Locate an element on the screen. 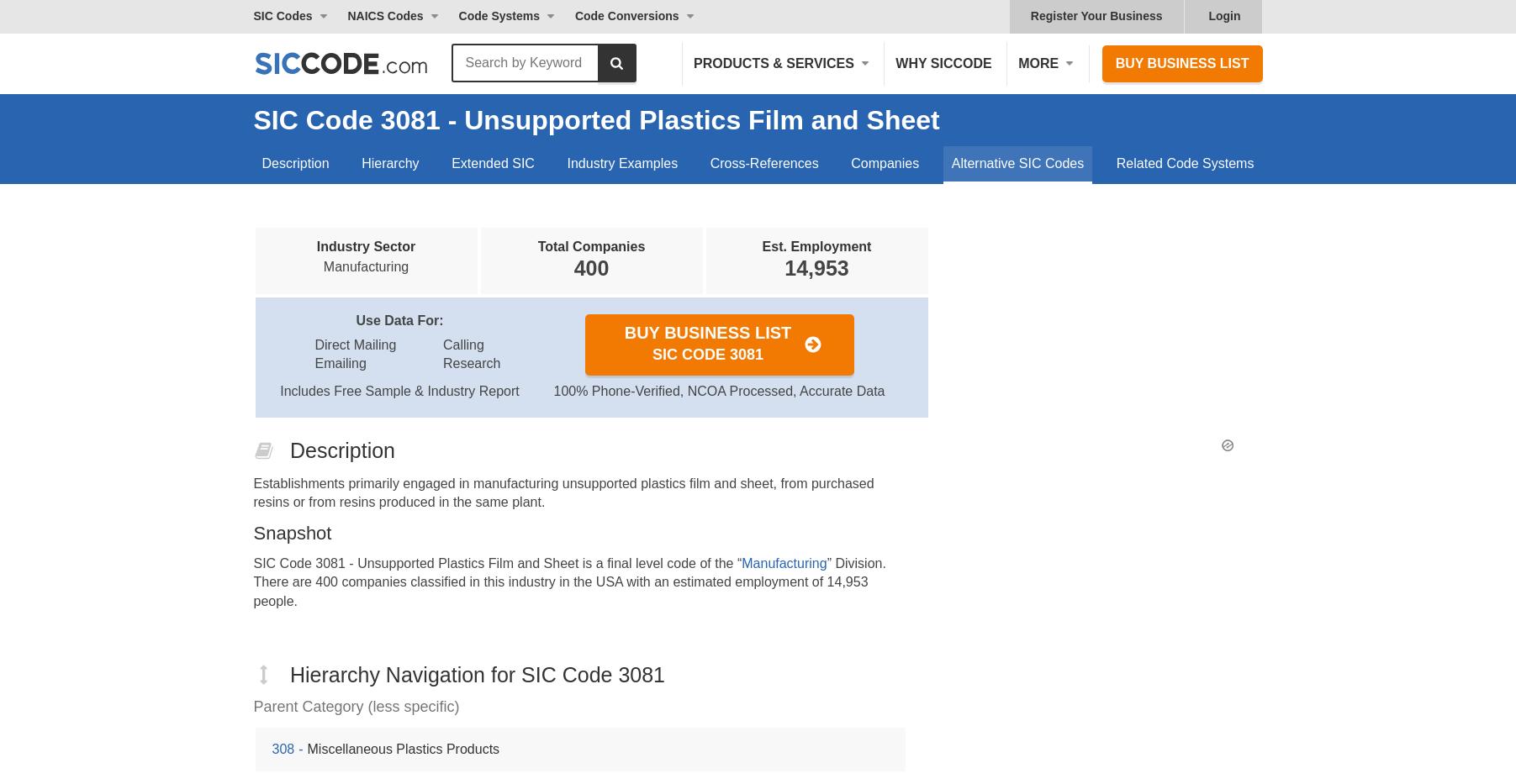 The height and width of the screenshot is (784, 1516). 'Why SICCODE' is located at coordinates (943, 62).